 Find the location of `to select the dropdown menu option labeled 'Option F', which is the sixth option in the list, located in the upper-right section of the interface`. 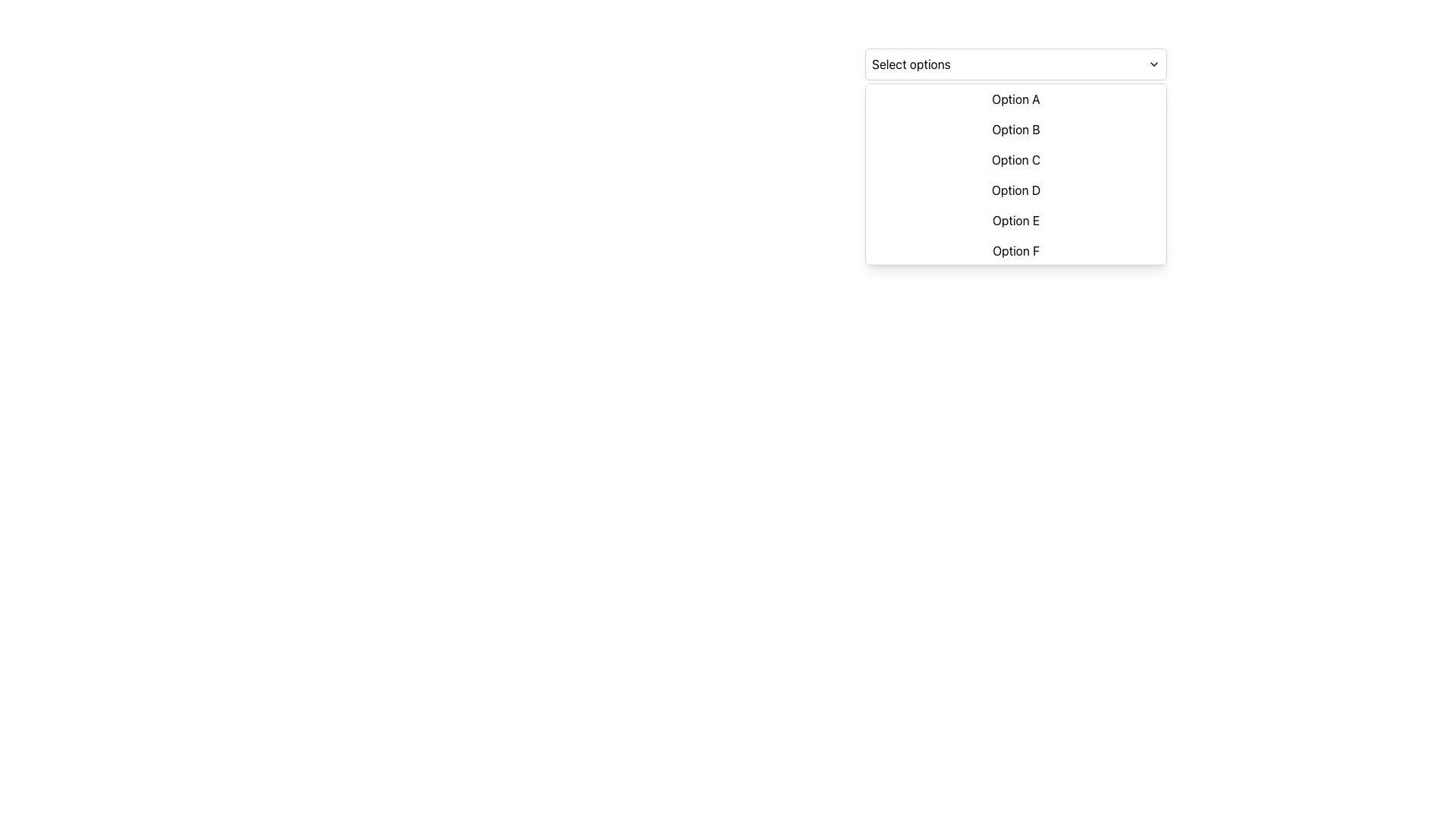

to select the dropdown menu option labeled 'Option F', which is the sixth option in the list, located in the upper-right section of the interface is located at coordinates (1015, 250).